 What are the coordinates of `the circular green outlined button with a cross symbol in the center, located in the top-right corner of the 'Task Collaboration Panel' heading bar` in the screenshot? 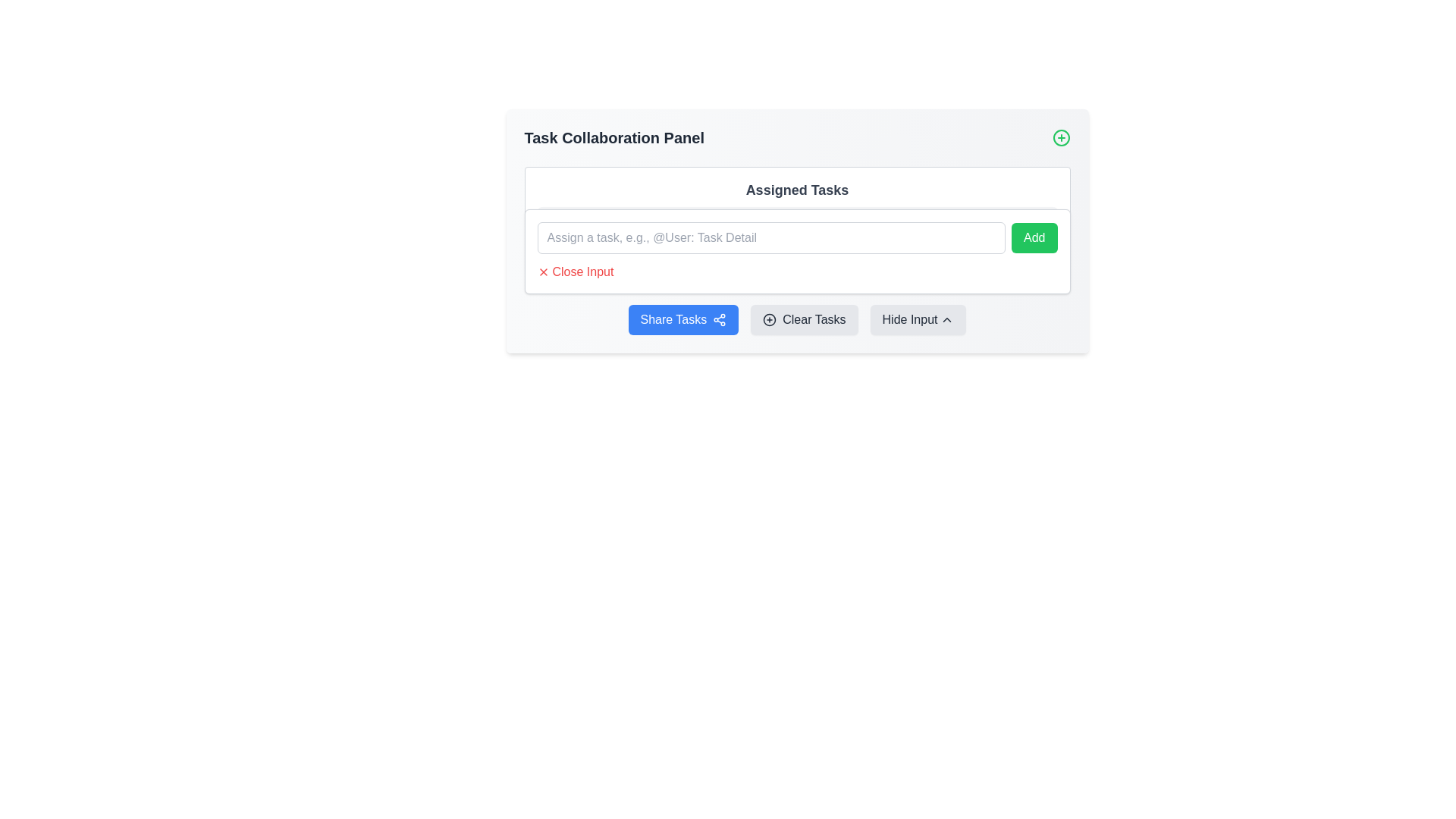 It's located at (1060, 137).